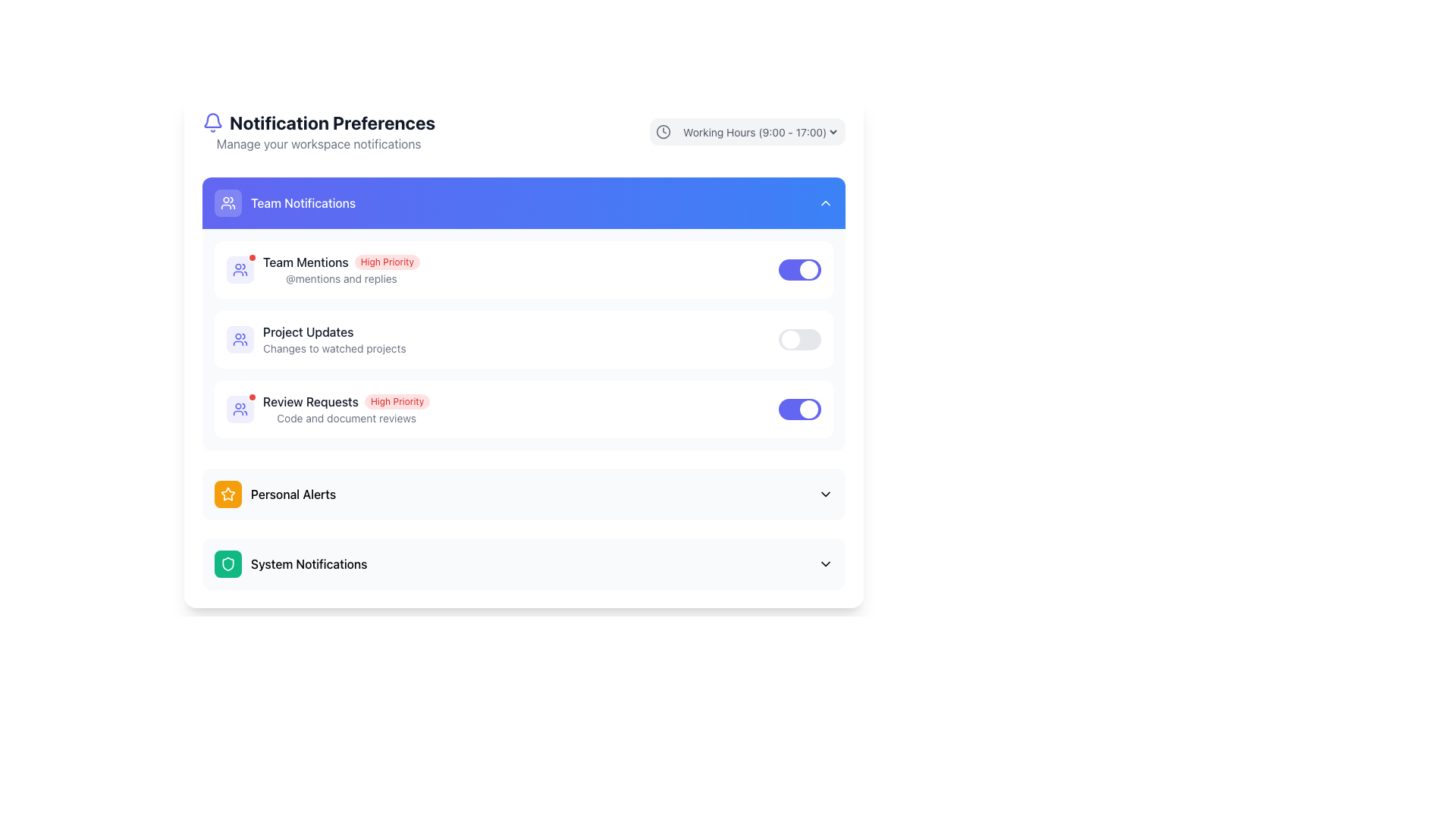 This screenshot has width=1456, height=819. What do you see at coordinates (825, 564) in the screenshot?
I see `the toggle icon located at the far right of the 'System Notifications' row` at bounding box center [825, 564].